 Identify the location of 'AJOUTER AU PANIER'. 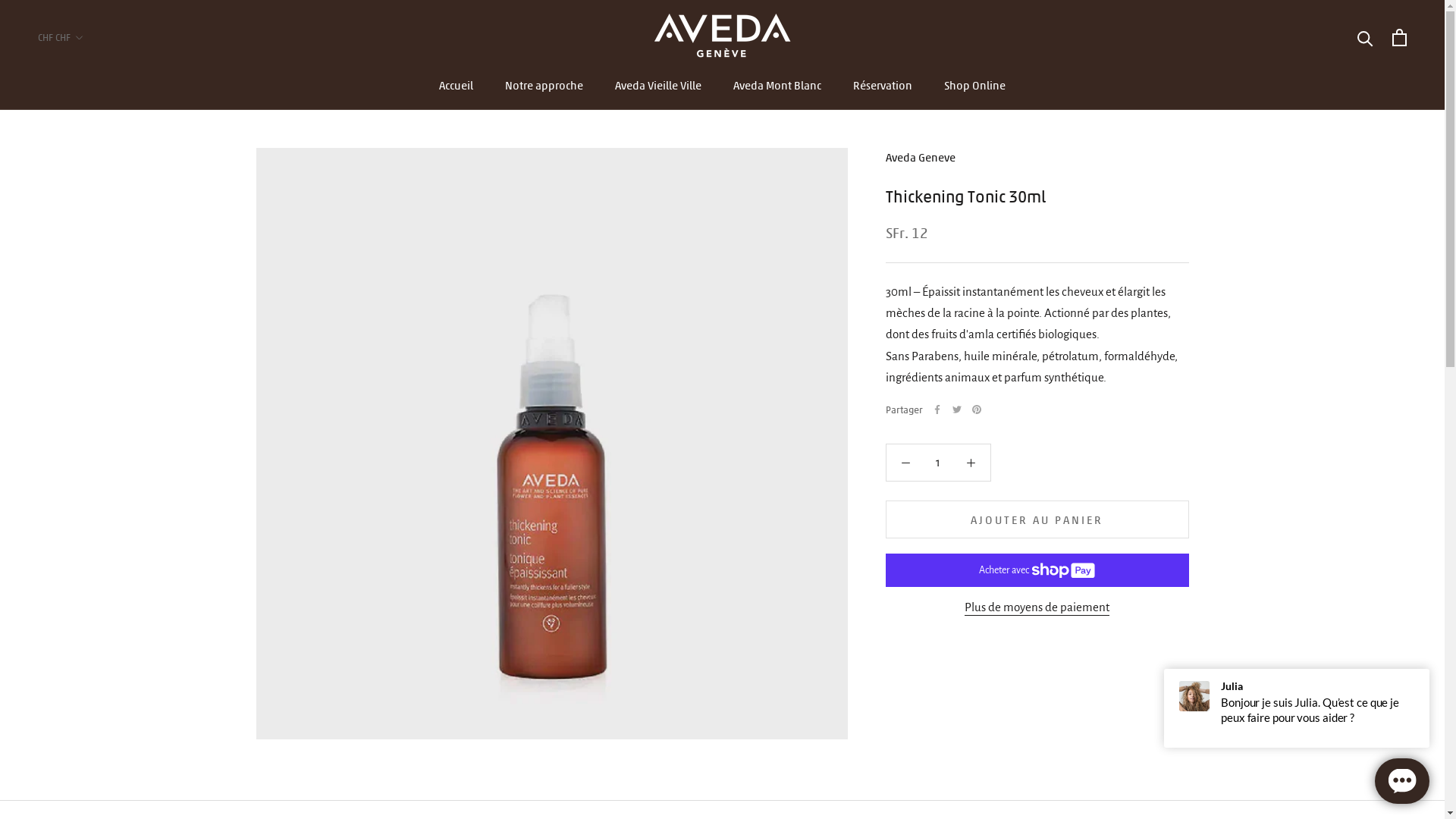
(1037, 519).